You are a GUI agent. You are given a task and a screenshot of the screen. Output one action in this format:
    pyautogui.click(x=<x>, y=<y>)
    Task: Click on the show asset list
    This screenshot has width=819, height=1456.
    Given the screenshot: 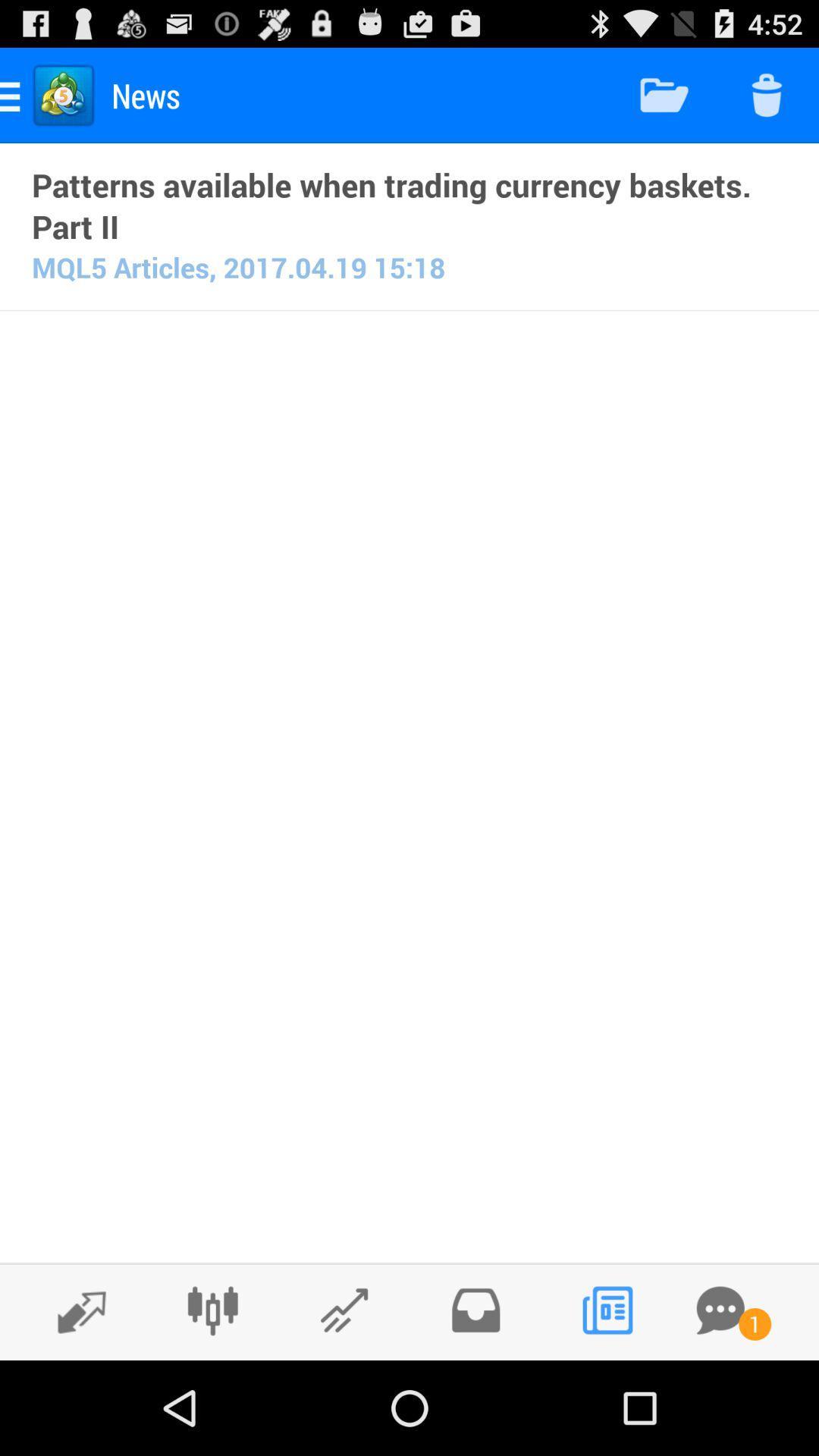 What is the action you would take?
    pyautogui.click(x=74, y=1310)
    